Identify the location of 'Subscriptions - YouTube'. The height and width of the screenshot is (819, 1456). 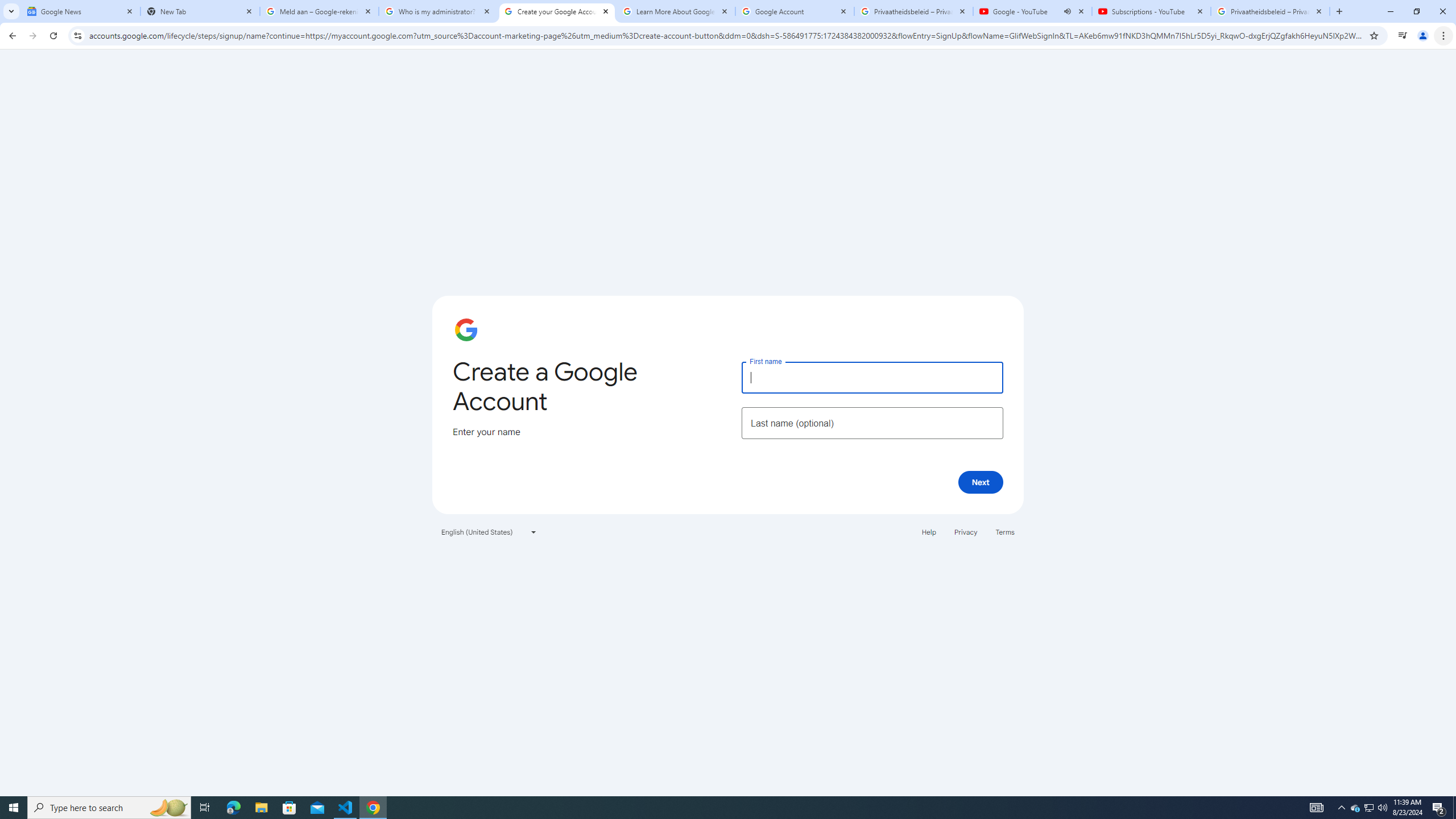
(1150, 11).